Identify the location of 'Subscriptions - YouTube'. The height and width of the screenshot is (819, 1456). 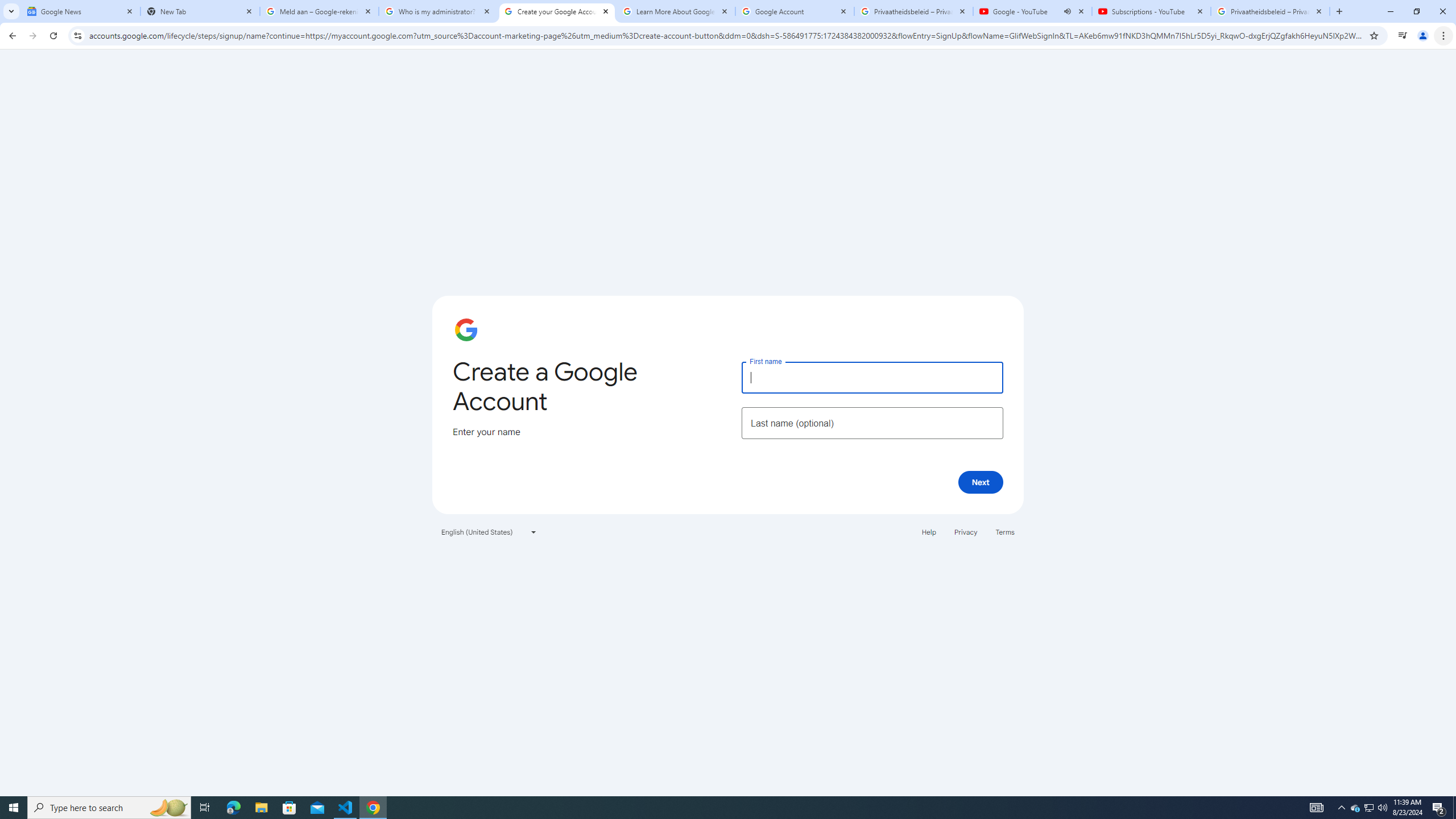
(1150, 11).